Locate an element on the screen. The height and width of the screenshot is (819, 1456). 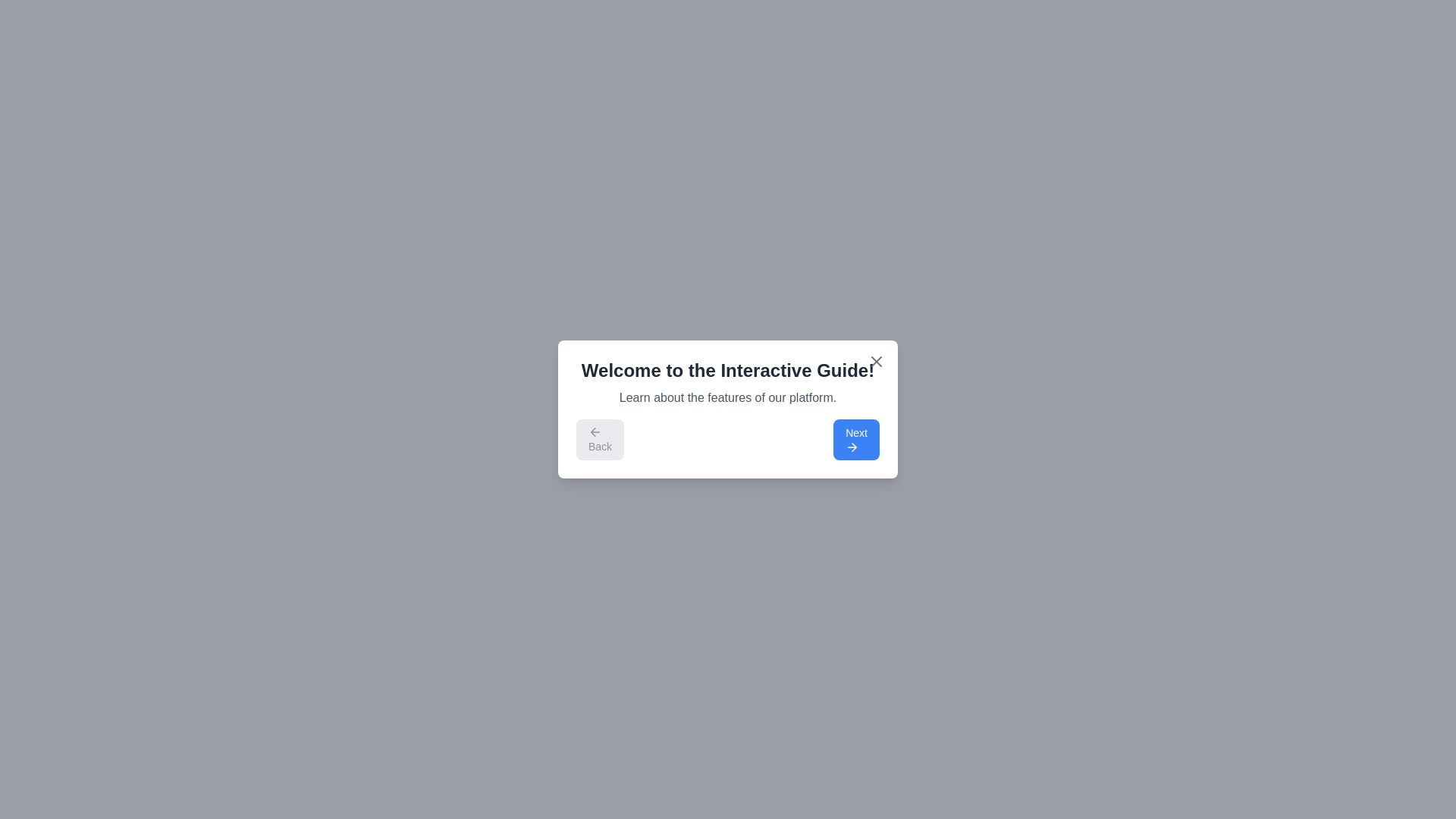
the 'Next' button in the modal dialog box that contains the rightward arrow icon, which is located in the bottom-right corner is located at coordinates (854, 447).